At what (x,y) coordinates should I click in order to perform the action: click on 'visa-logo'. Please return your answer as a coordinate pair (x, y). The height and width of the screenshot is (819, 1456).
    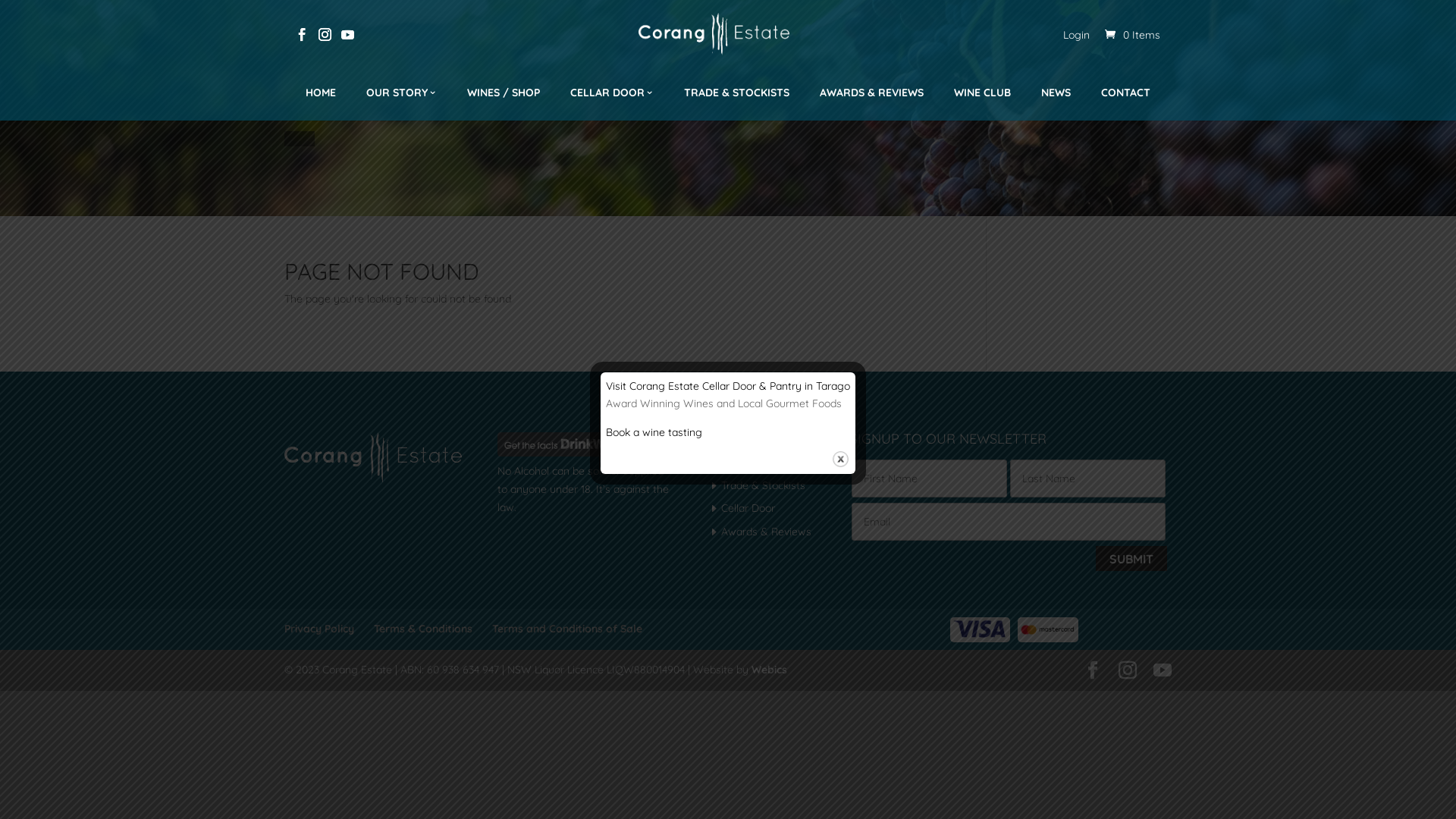
    Looking at the image, I should click on (979, 629).